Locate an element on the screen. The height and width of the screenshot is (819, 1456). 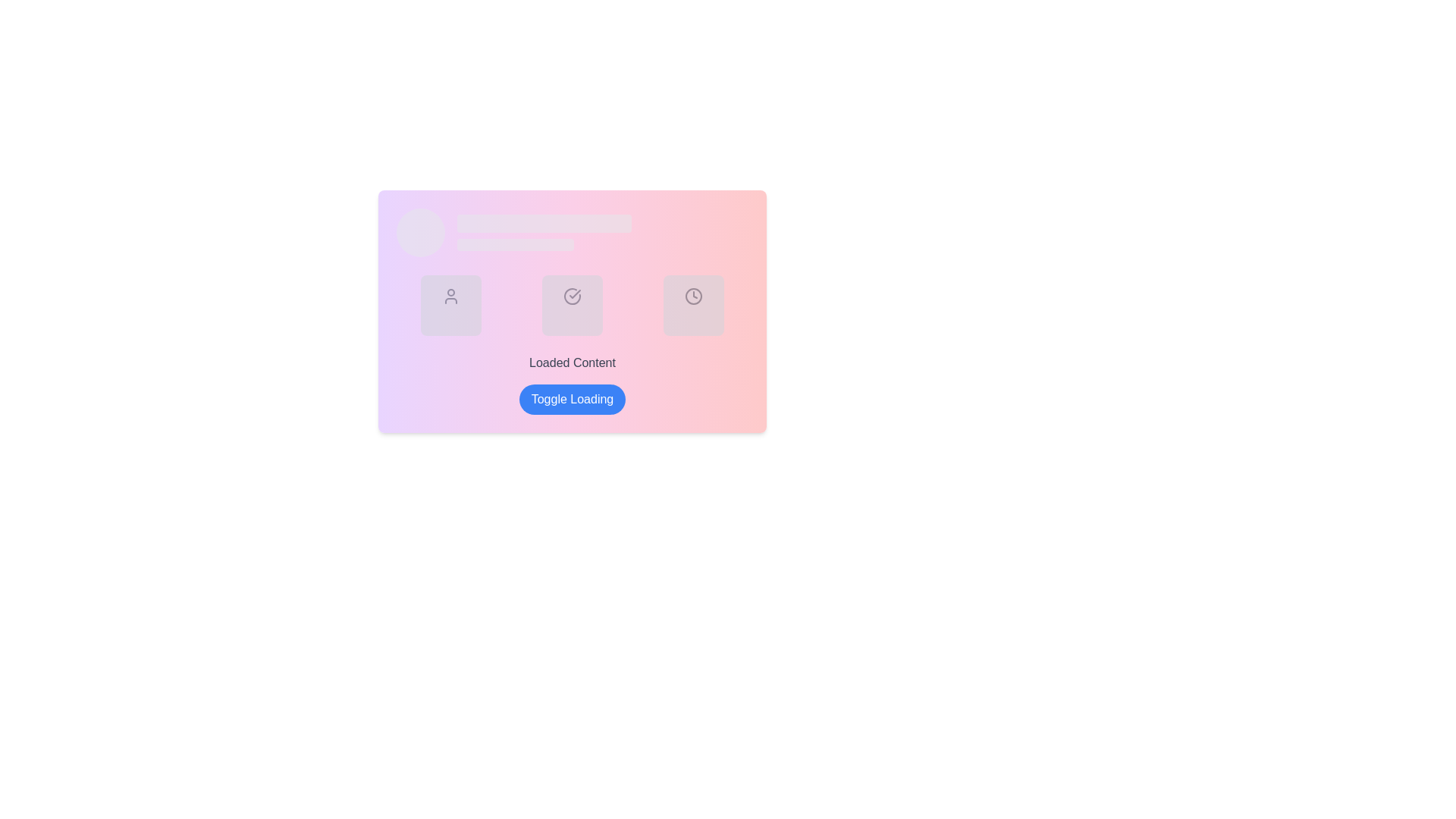
the 'Toggle Loading' button, which is the only interactive button in its section is located at coordinates (571, 399).